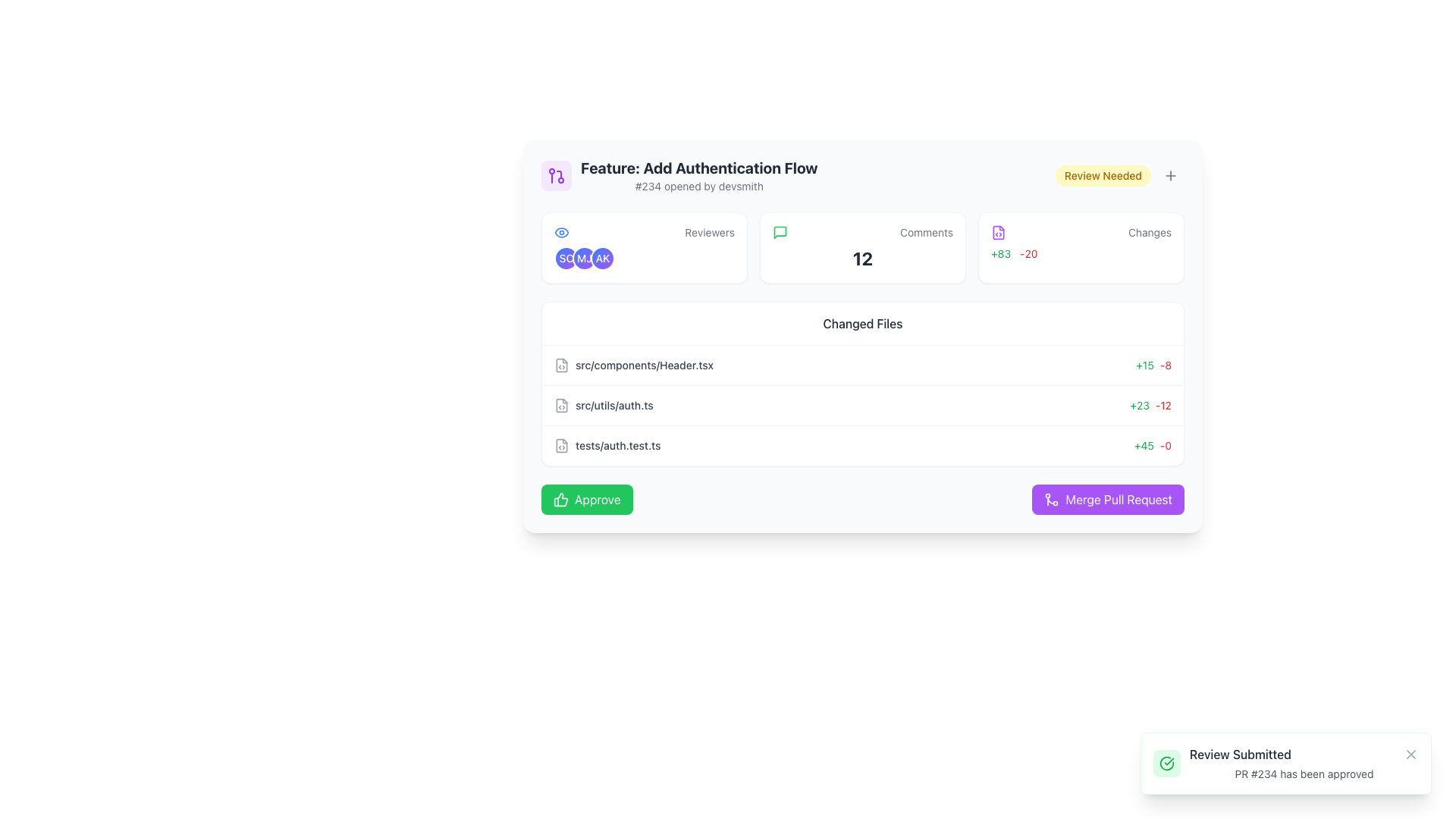 The width and height of the screenshot is (1456, 819). What do you see at coordinates (556, 174) in the screenshot?
I see `the Git pull request icon, which features a modern purple design with circular endpoints and a three-way fork, located in the top left section of the pull request card` at bounding box center [556, 174].